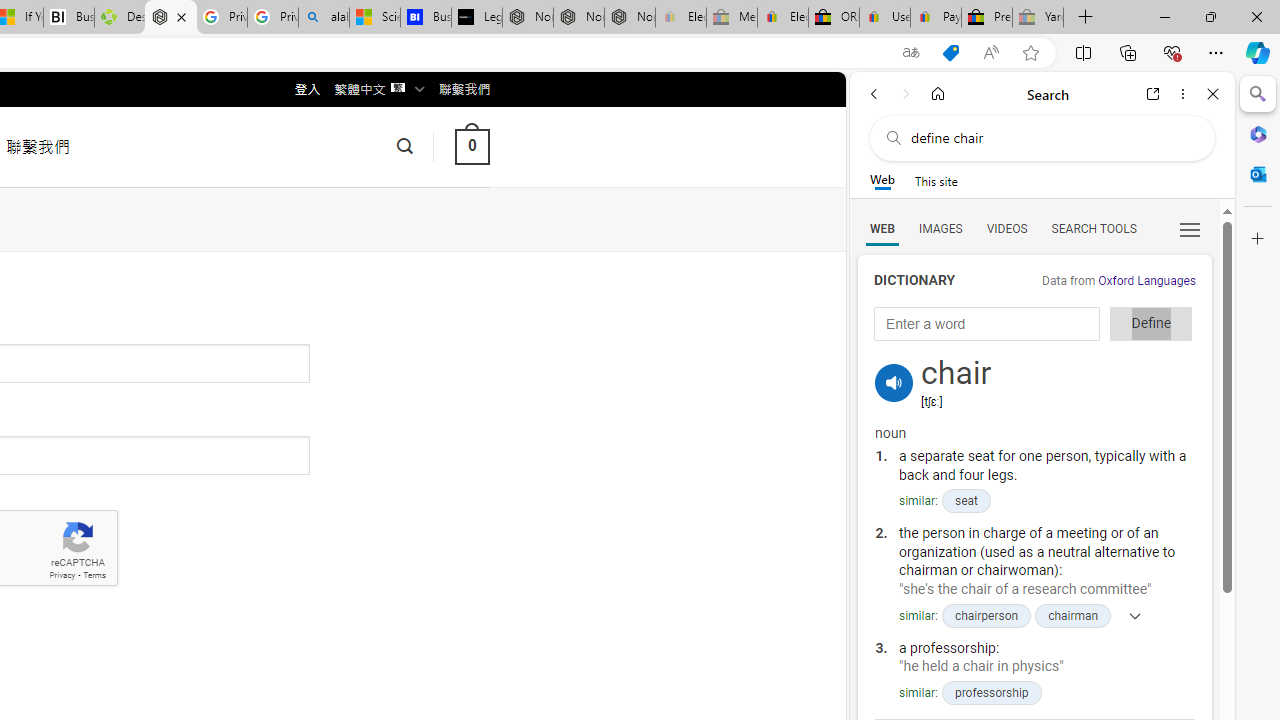  What do you see at coordinates (324, 17) in the screenshot?
I see `'alabama high school quarterback dies - Search'` at bounding box center [324, 17].